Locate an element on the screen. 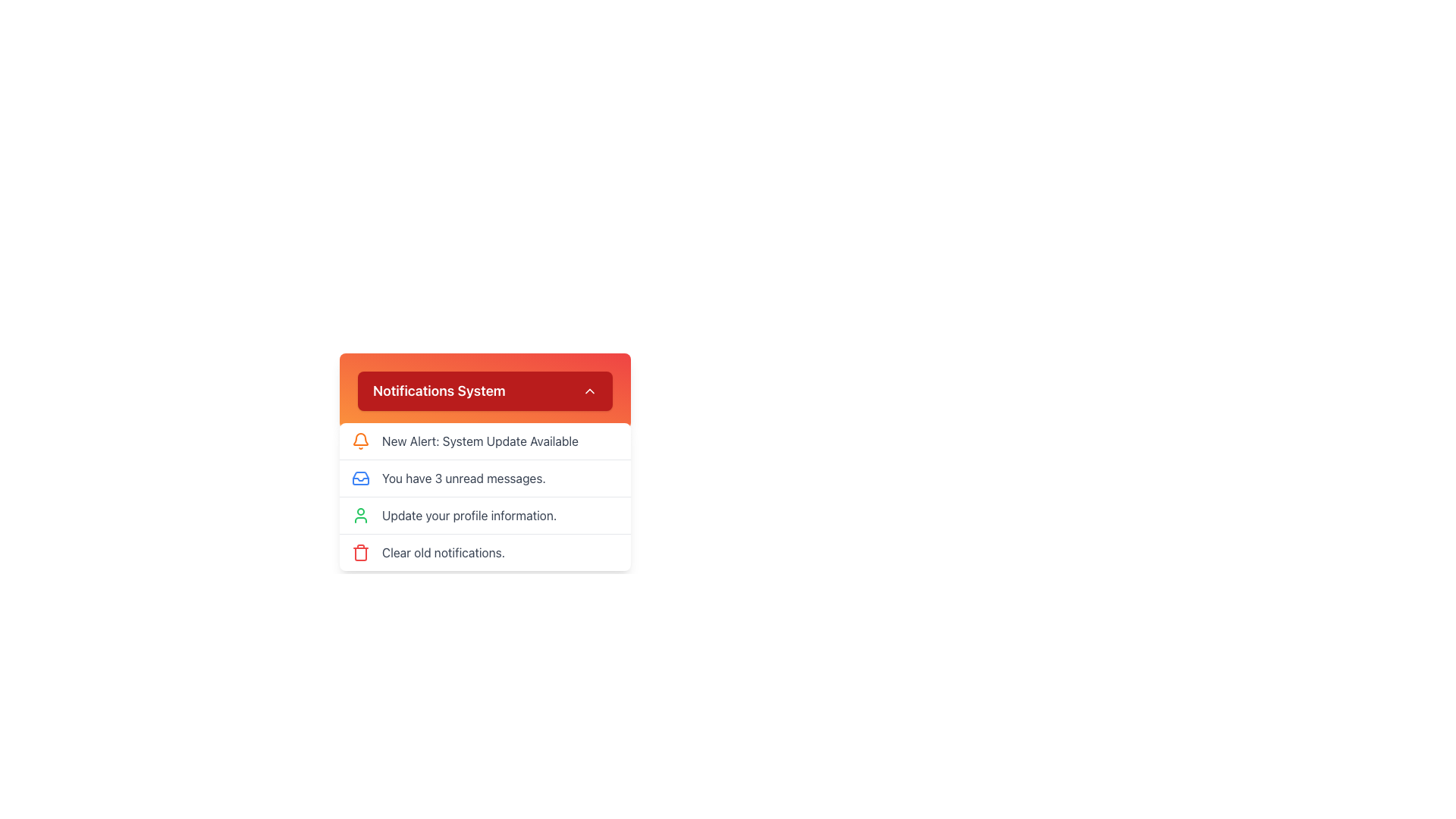  the rectangular list item containing a red trash icon and the text 'Clear old notifications.' to potentially clear old notifications is located at coordinates (484, 552).